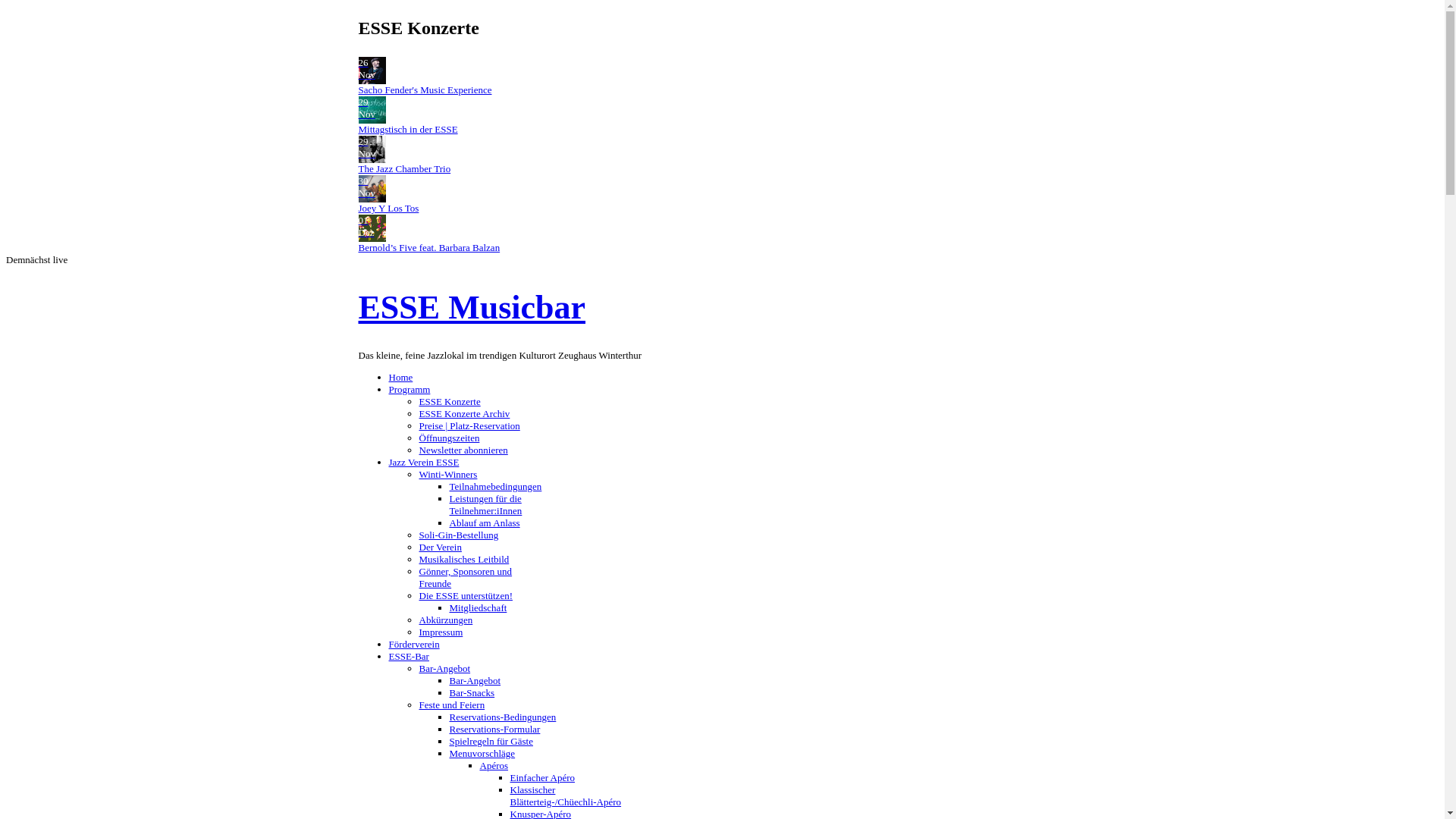 The width and height of the screenshot is (1456, 819). What do you see at coordinates (468, 425) in the screenshot?
I see `'Preise | Platz-Reservation'` at bounding box center [468, 425].